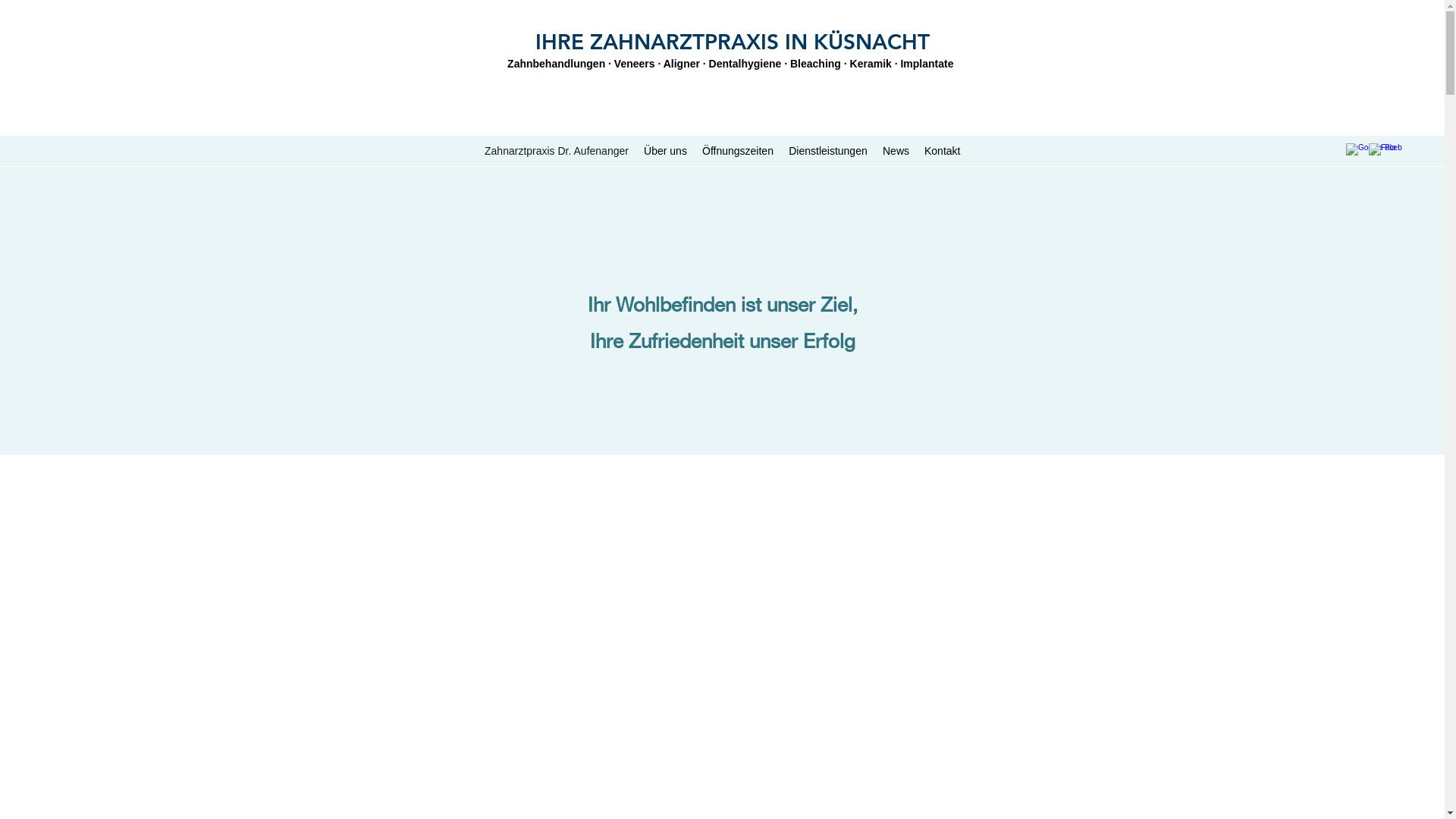  What do you see at coordinates (941, 151) in the screenshot?
I see `'Kontakt'` at bounding box center [941, 151].